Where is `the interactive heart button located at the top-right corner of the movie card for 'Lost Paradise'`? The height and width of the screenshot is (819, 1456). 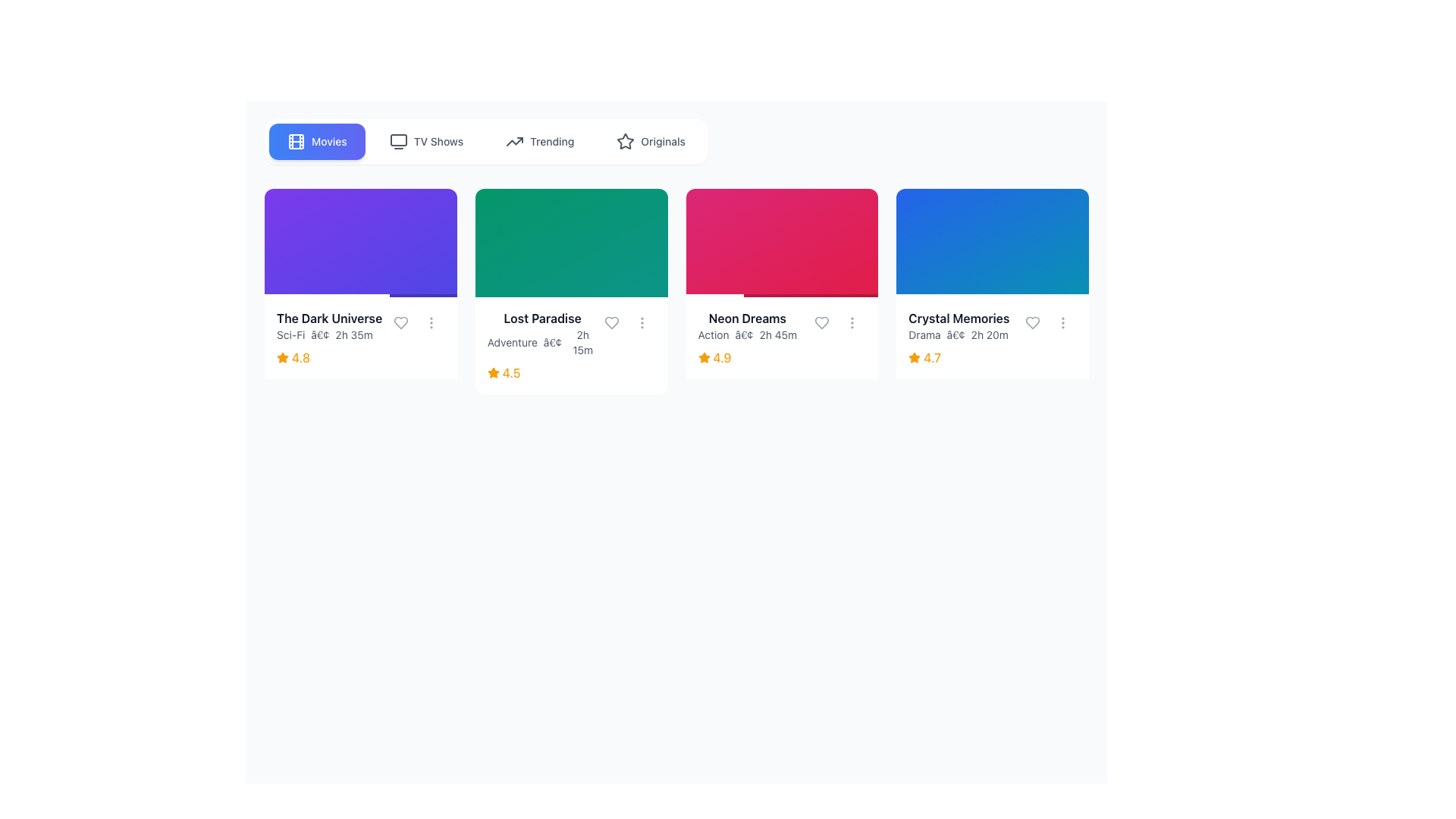 the interactive heart button located at the top-right corner of the movie card for 'Lost Paradise' is located at coordinates (611, 322).